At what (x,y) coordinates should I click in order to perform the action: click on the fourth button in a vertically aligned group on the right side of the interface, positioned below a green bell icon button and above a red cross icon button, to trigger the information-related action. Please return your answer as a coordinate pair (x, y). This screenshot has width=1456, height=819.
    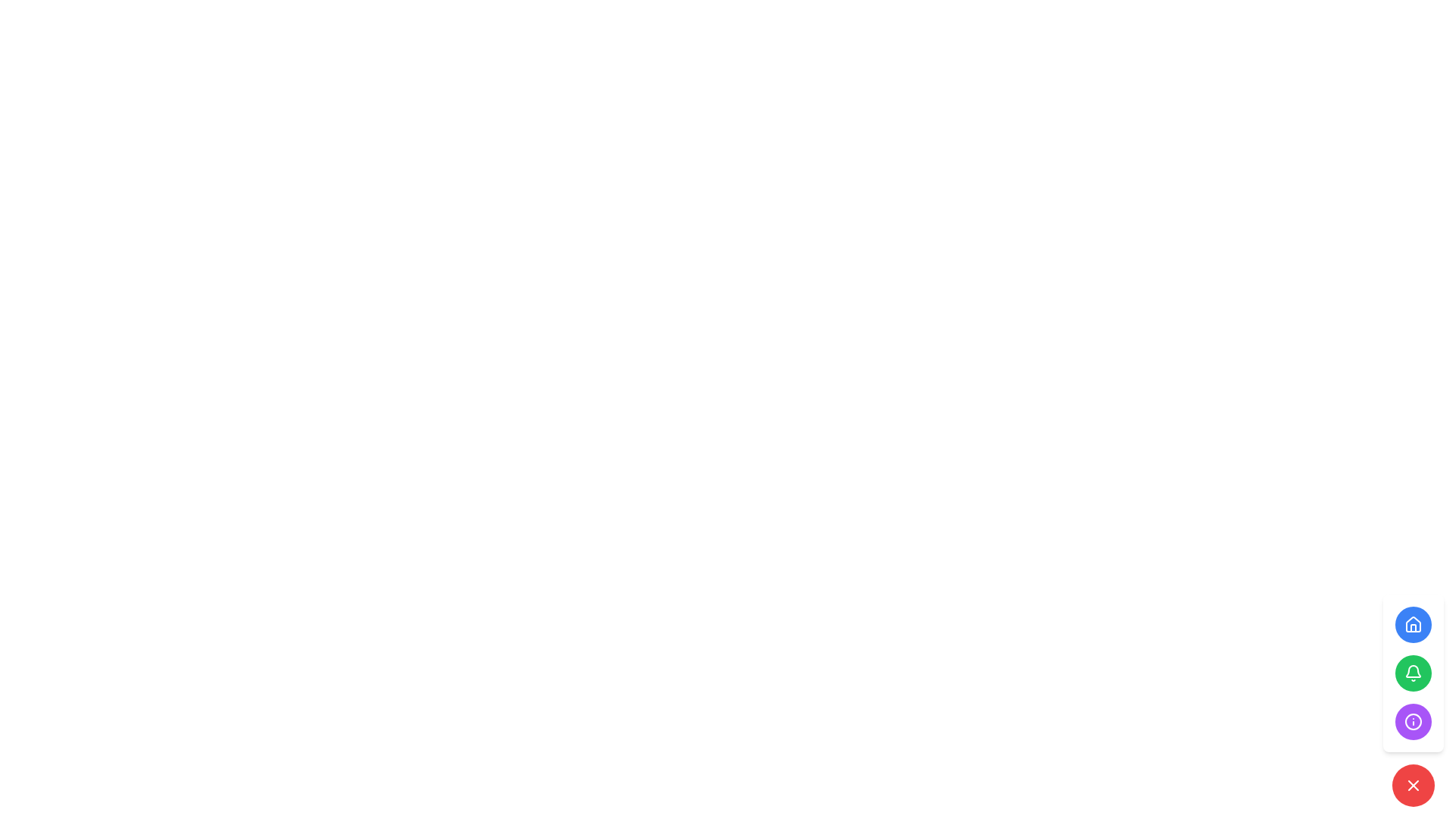
    Looking at the image, I should click on (1412, 721).